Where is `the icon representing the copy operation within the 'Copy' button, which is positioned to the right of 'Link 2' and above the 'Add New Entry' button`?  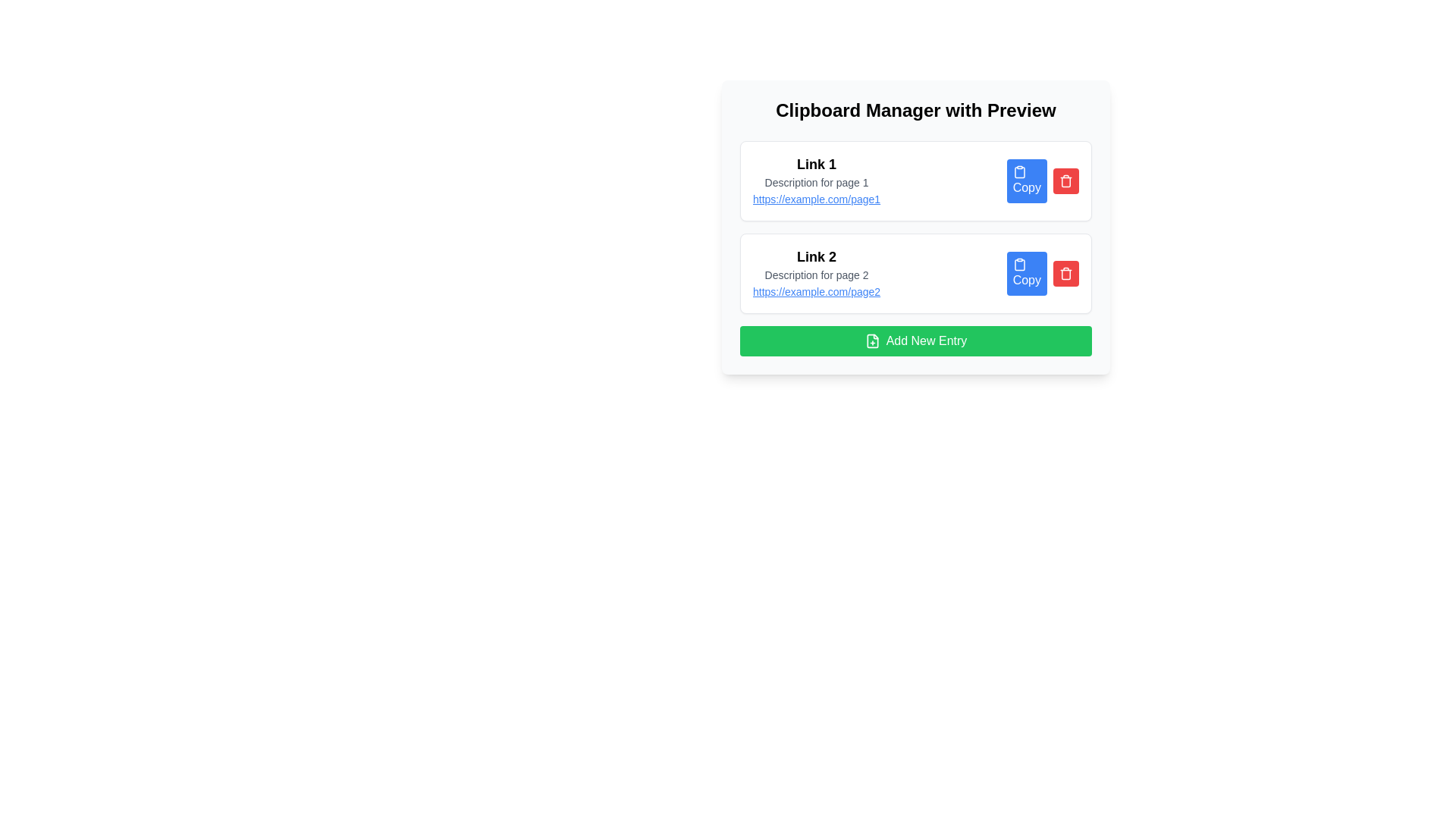 the icon representing the copy operation within the 'Copy' button, which is positioned to the right of 'Link 2' and above the 'Add New Entry' button is located at coordinates (1019, 263).